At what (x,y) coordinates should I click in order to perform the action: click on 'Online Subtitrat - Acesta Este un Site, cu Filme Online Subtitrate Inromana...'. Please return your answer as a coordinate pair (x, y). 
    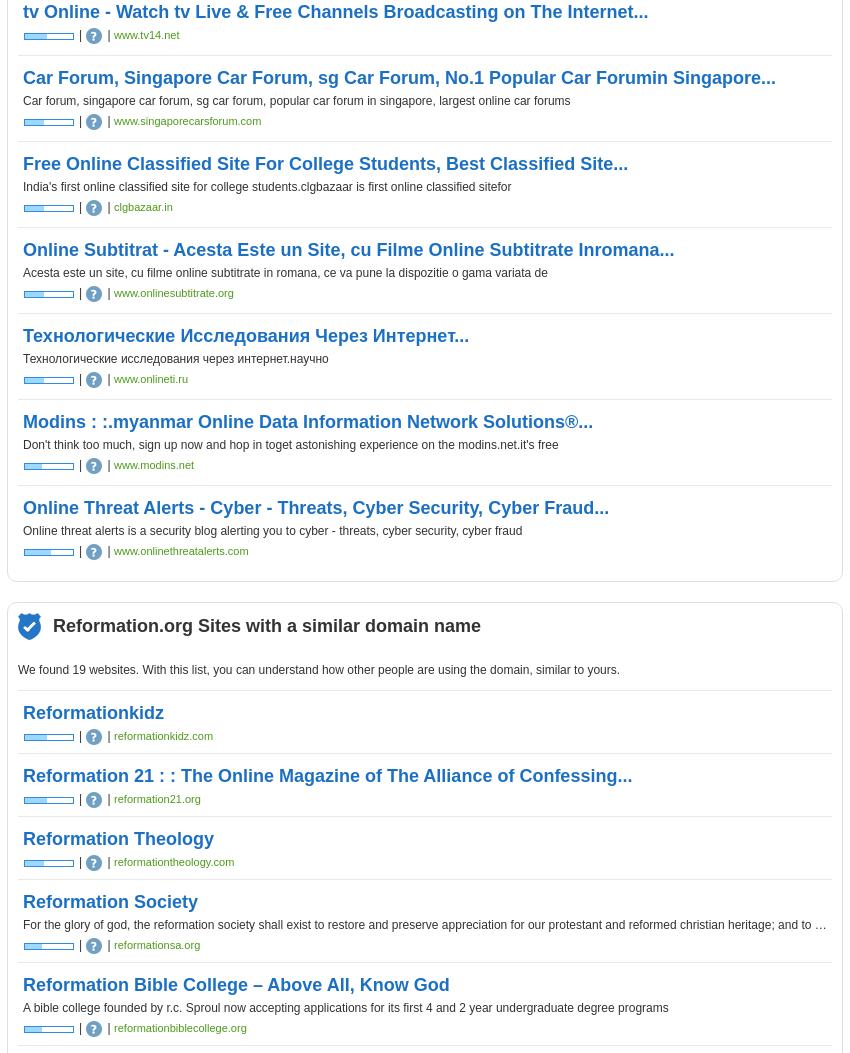
    Looking at the image, I should click on (347, 248).